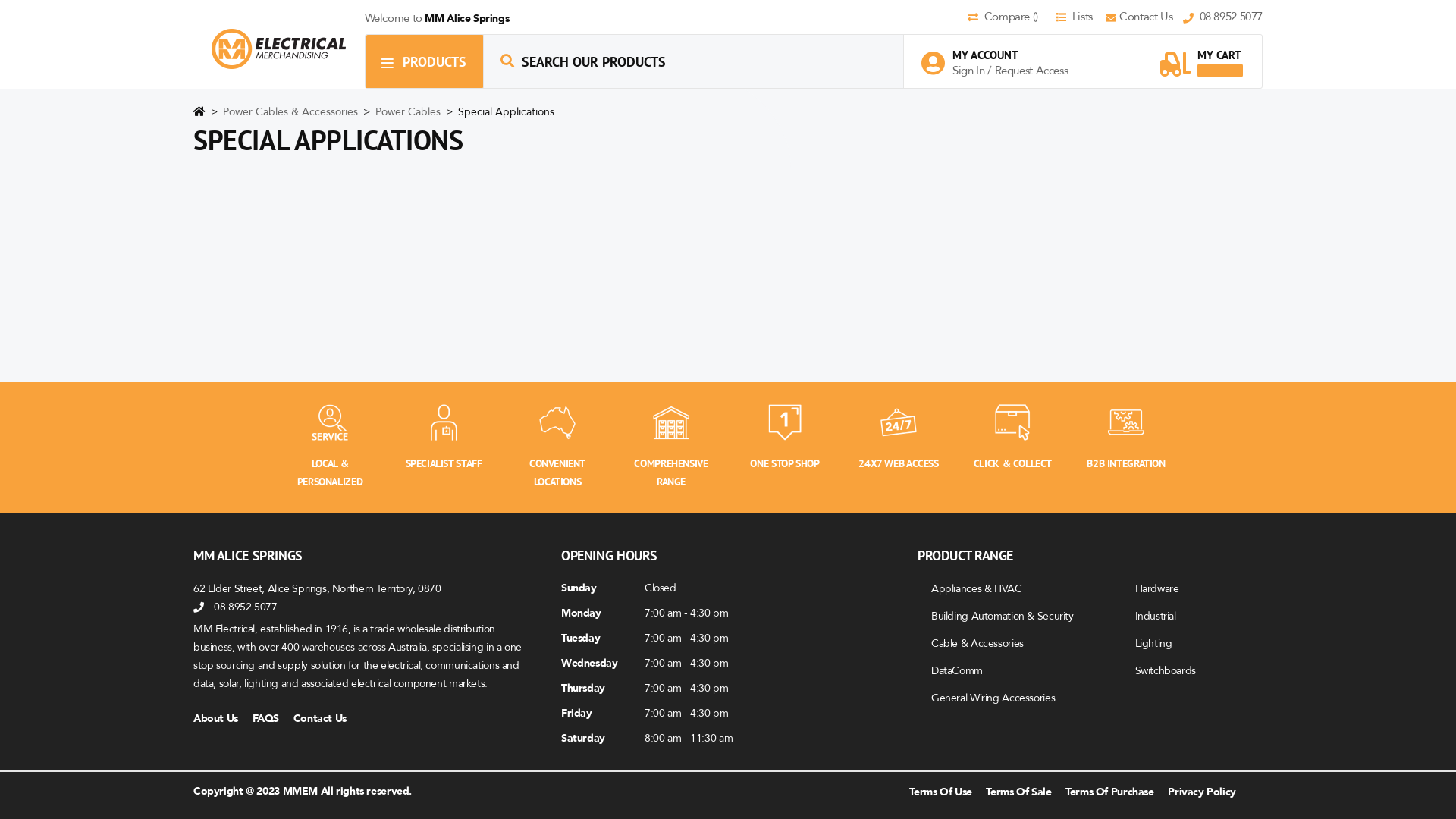 The height and width of the screenshot is (819, 1456). Describe the element at coordinates (967, 17) in the screenshot. I see `'Compare'` at that location.